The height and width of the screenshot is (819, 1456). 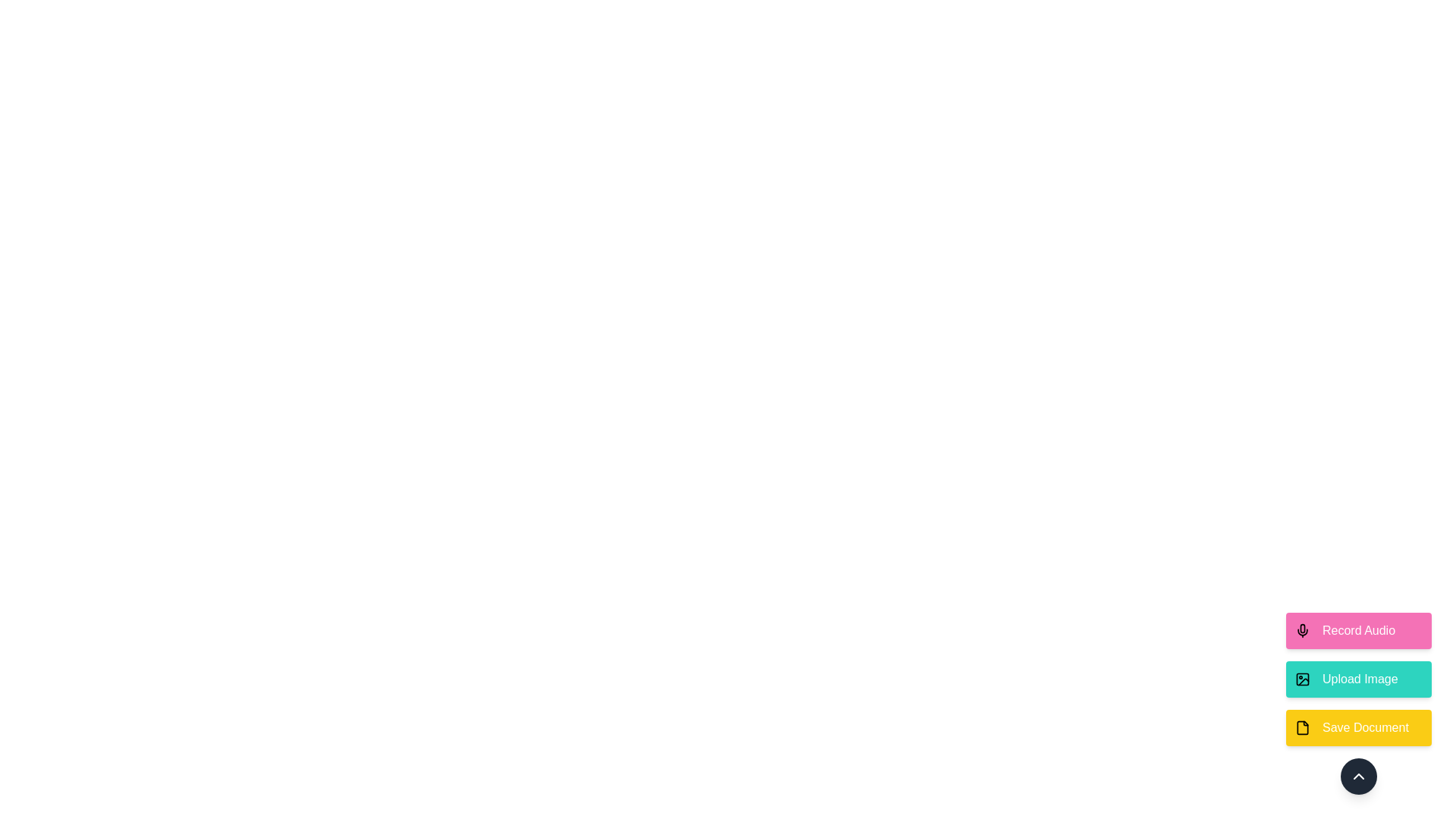 What do you see at coordinates (1358, 776) in the screenshot?
I see `the floating action button to toggle the visibility of the menu` at bounding box center [1358, 776].